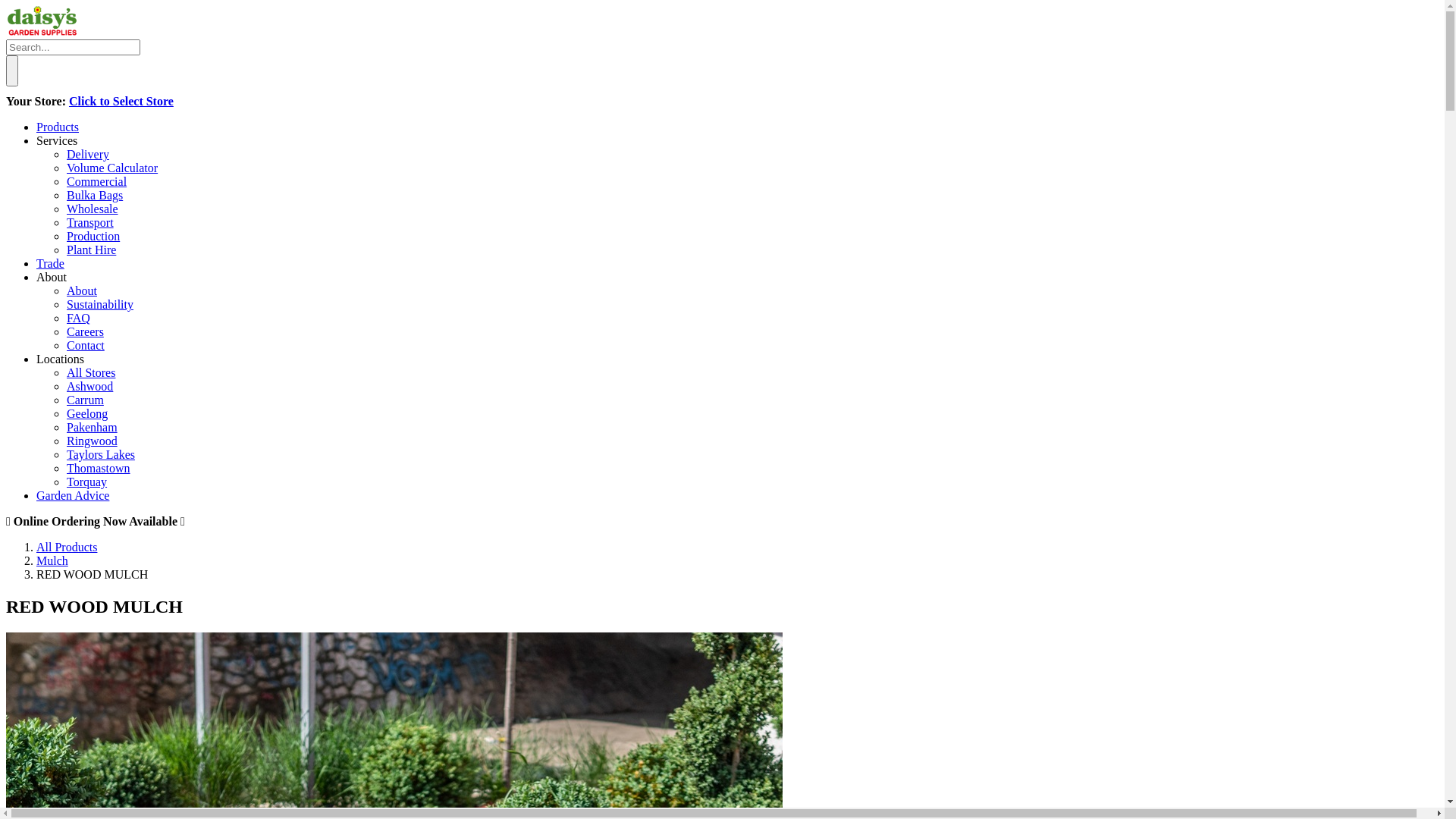  I want to click on 'Garden Advice', so click(36, 495).